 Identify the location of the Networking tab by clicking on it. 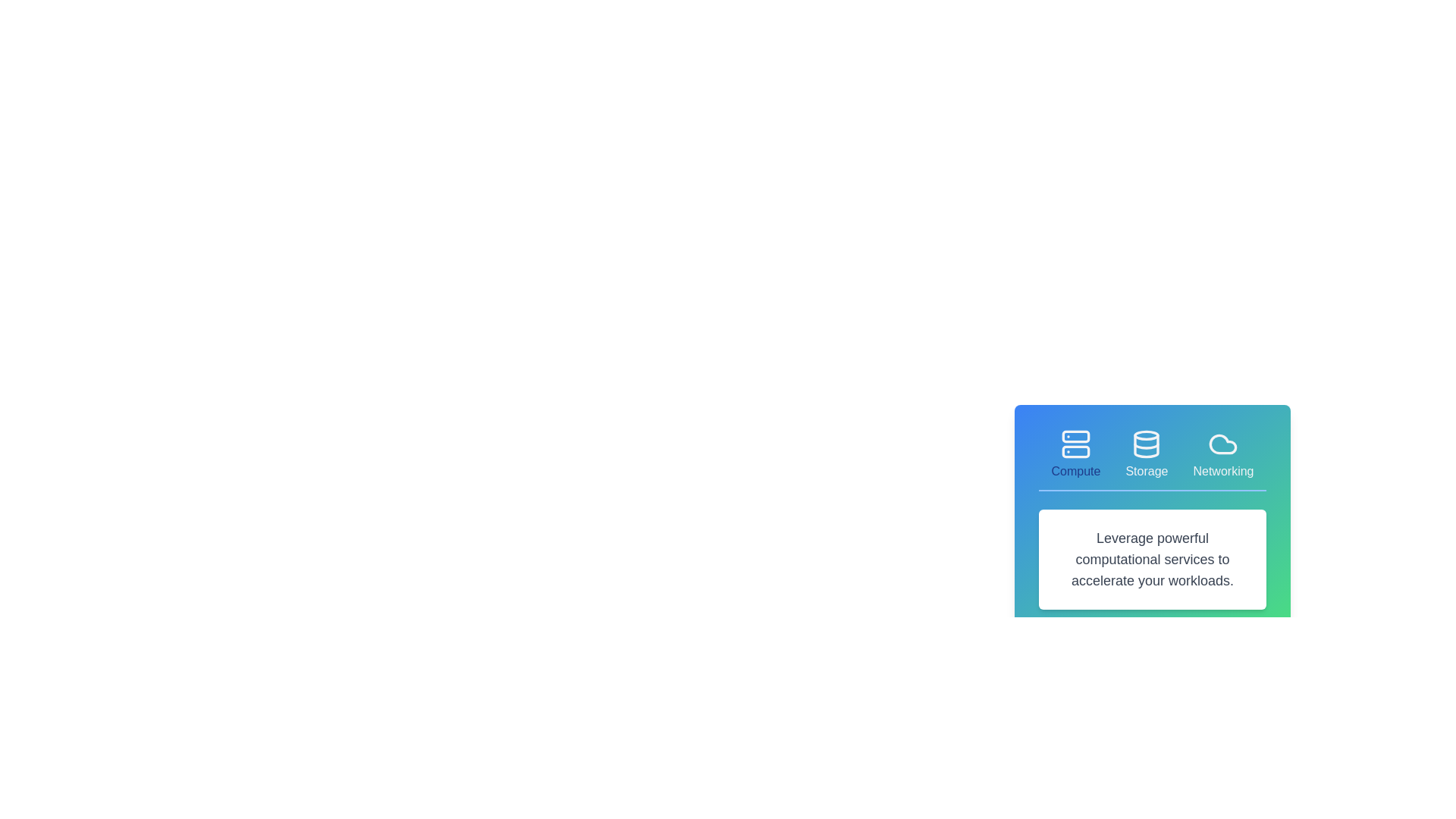
(1222, 454).